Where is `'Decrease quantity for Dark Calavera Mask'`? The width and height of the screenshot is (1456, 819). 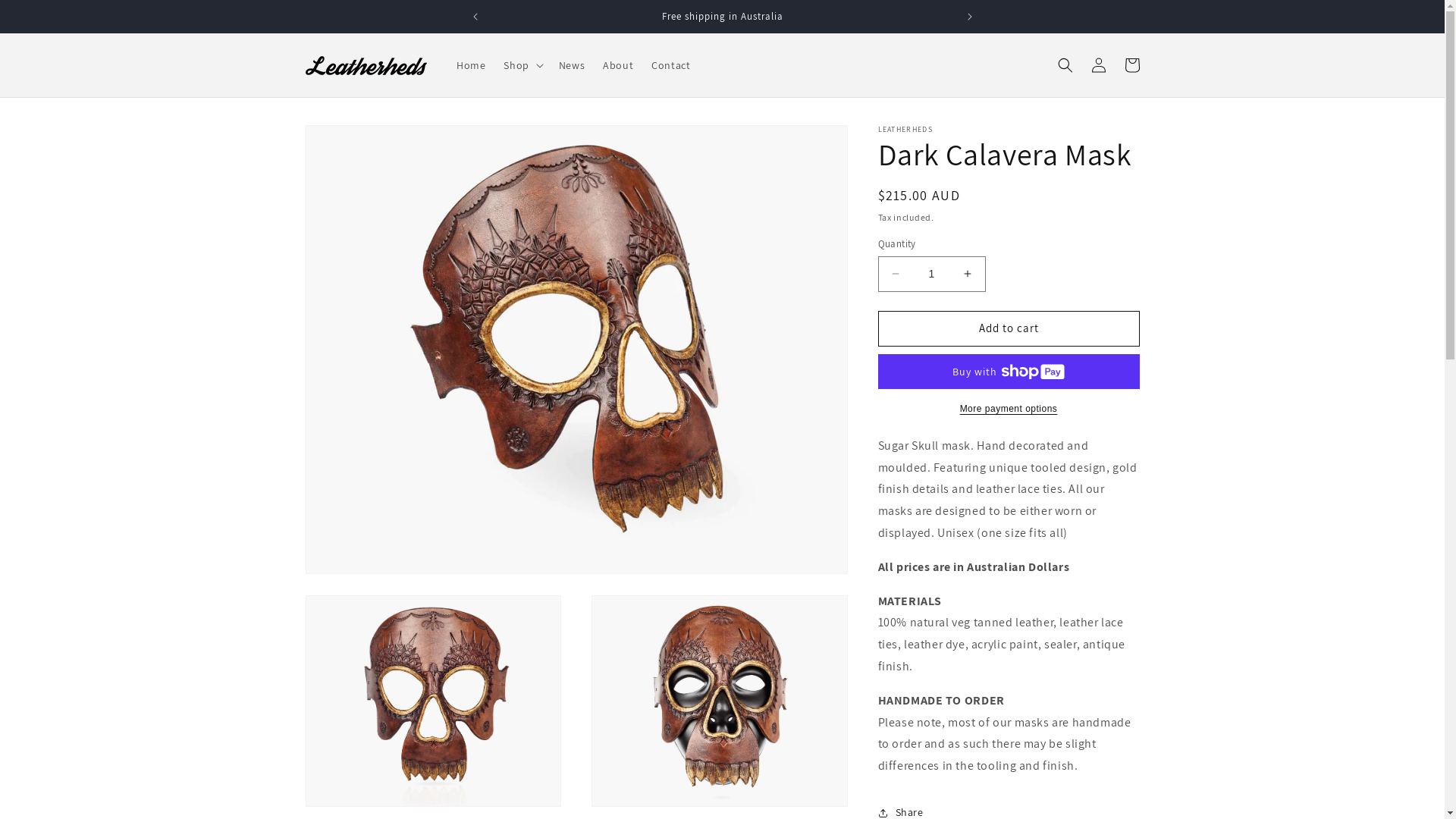 'Decrease quantity for Dark Calavera Mask' is located at coordinates (895, 274).